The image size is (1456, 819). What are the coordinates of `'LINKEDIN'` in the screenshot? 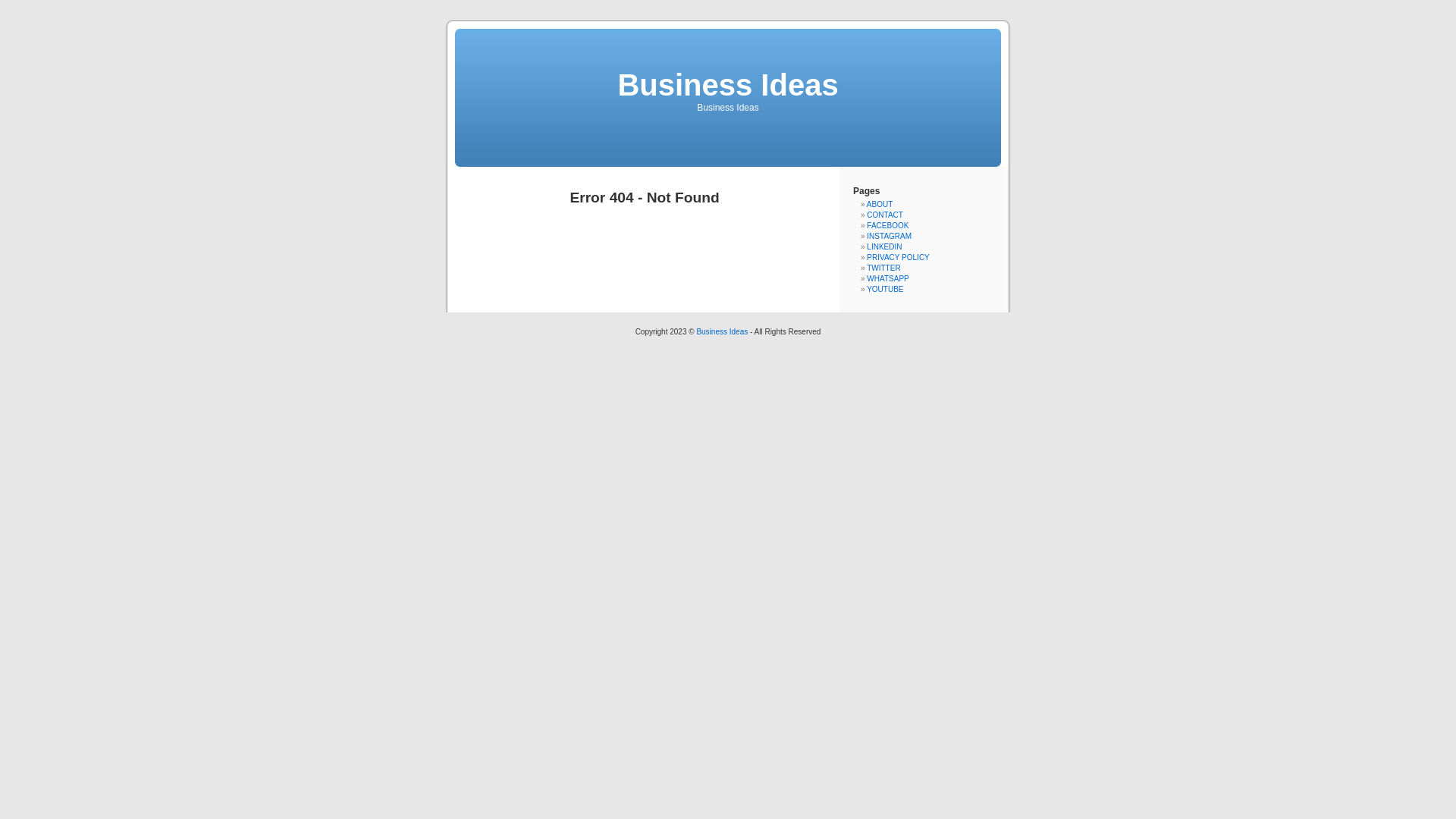 It's located at (866, 246).